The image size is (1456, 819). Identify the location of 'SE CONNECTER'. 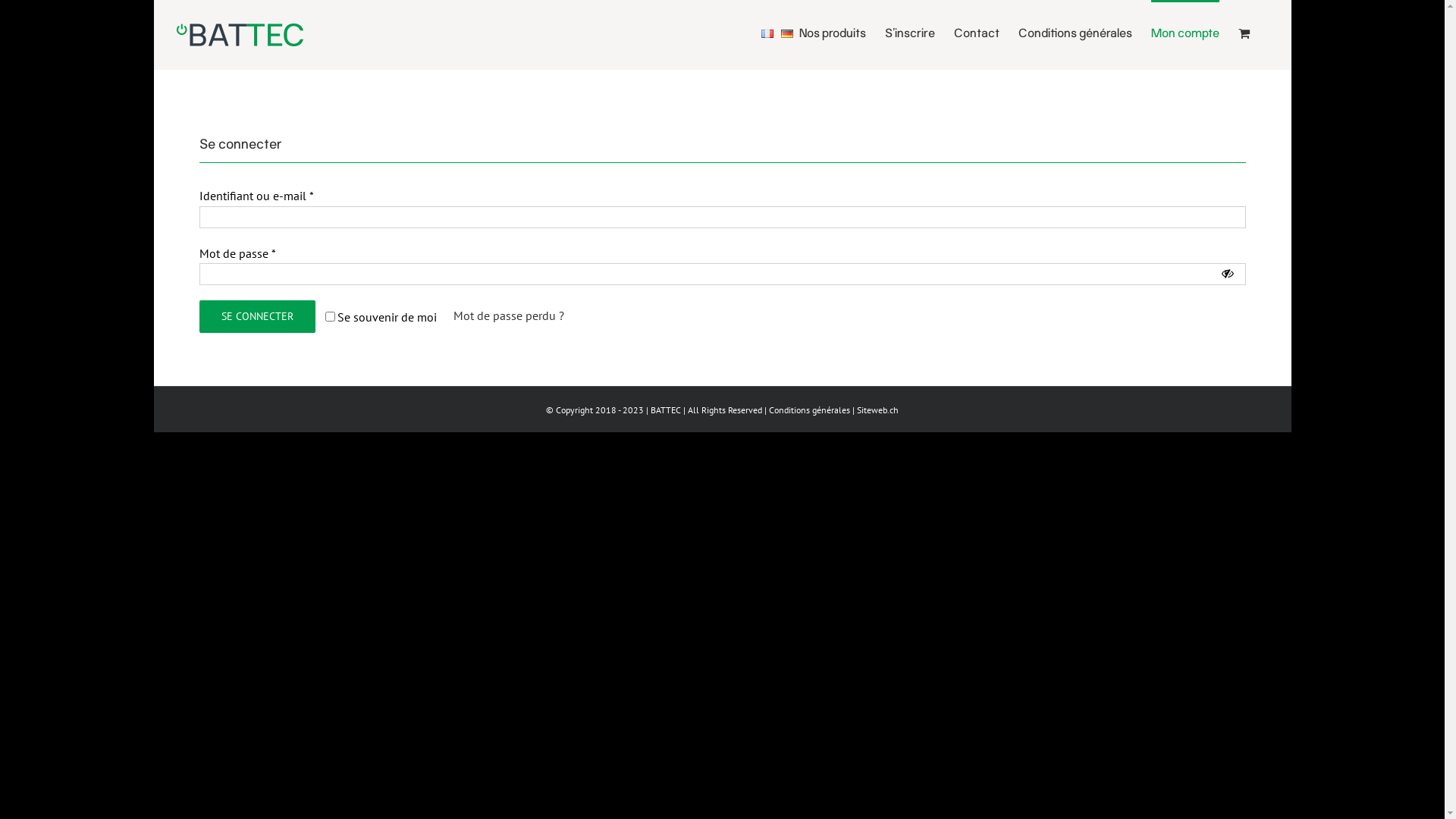
(198, 315).